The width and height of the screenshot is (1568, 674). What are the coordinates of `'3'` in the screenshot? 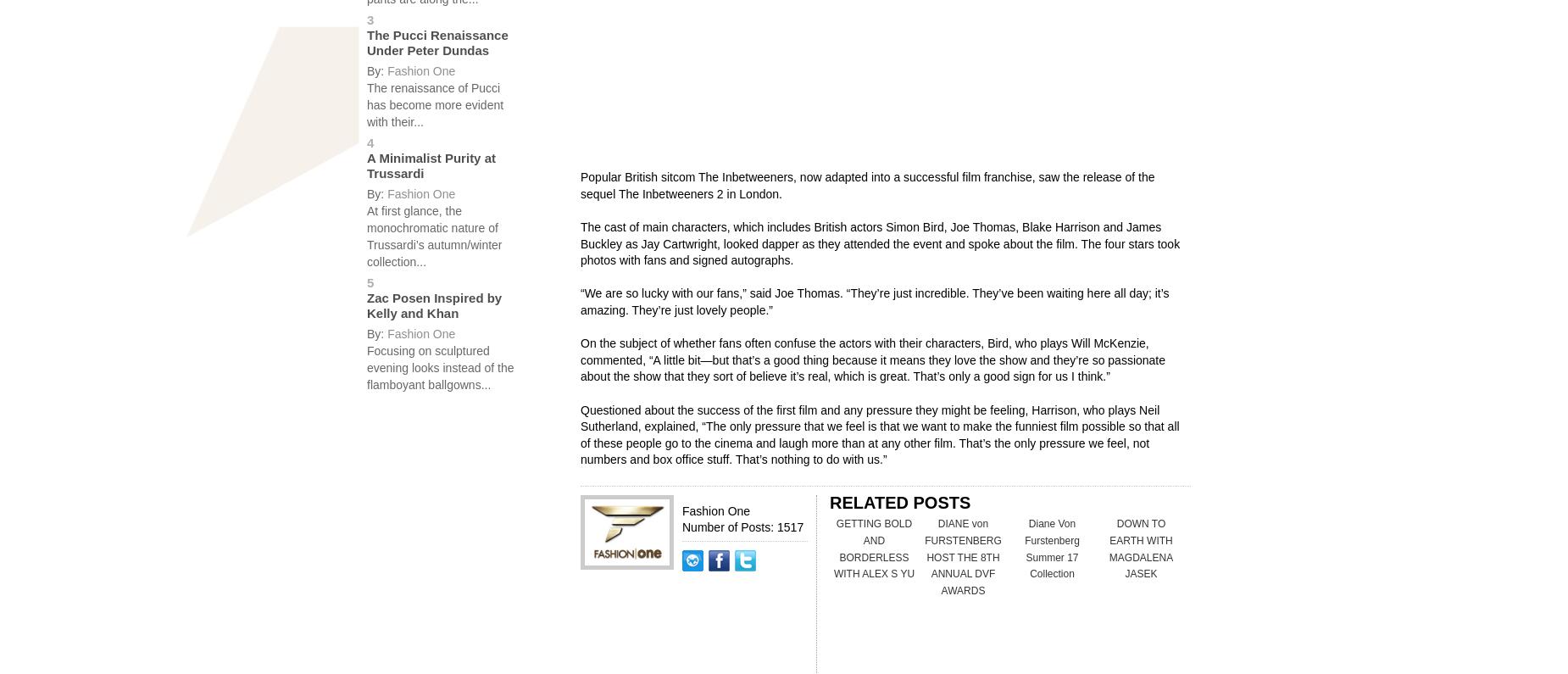 It's located at (366, 18).